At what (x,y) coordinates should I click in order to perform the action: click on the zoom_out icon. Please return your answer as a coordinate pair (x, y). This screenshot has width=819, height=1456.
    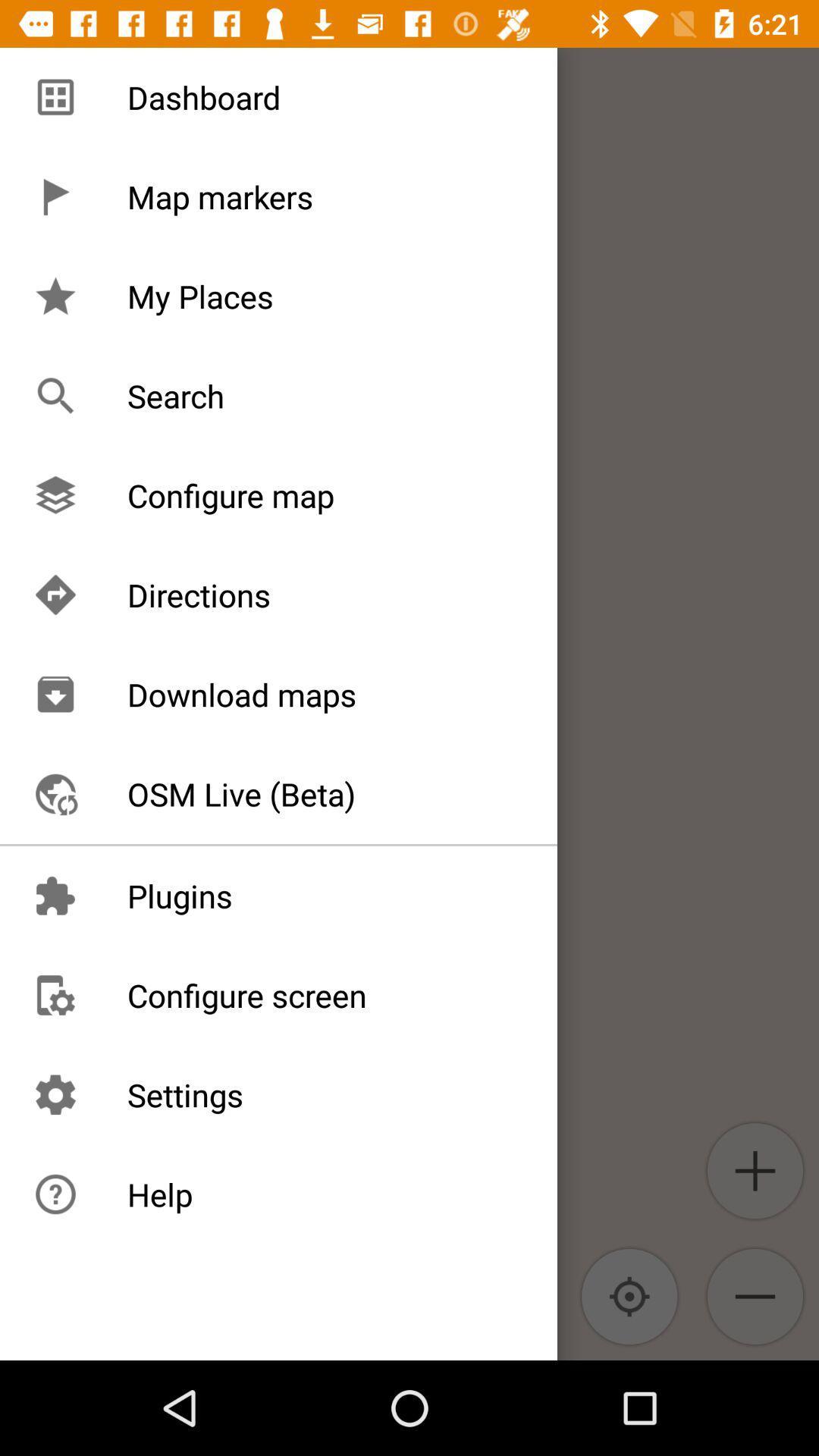
    Looking at the image, I should click on (755, 1295).